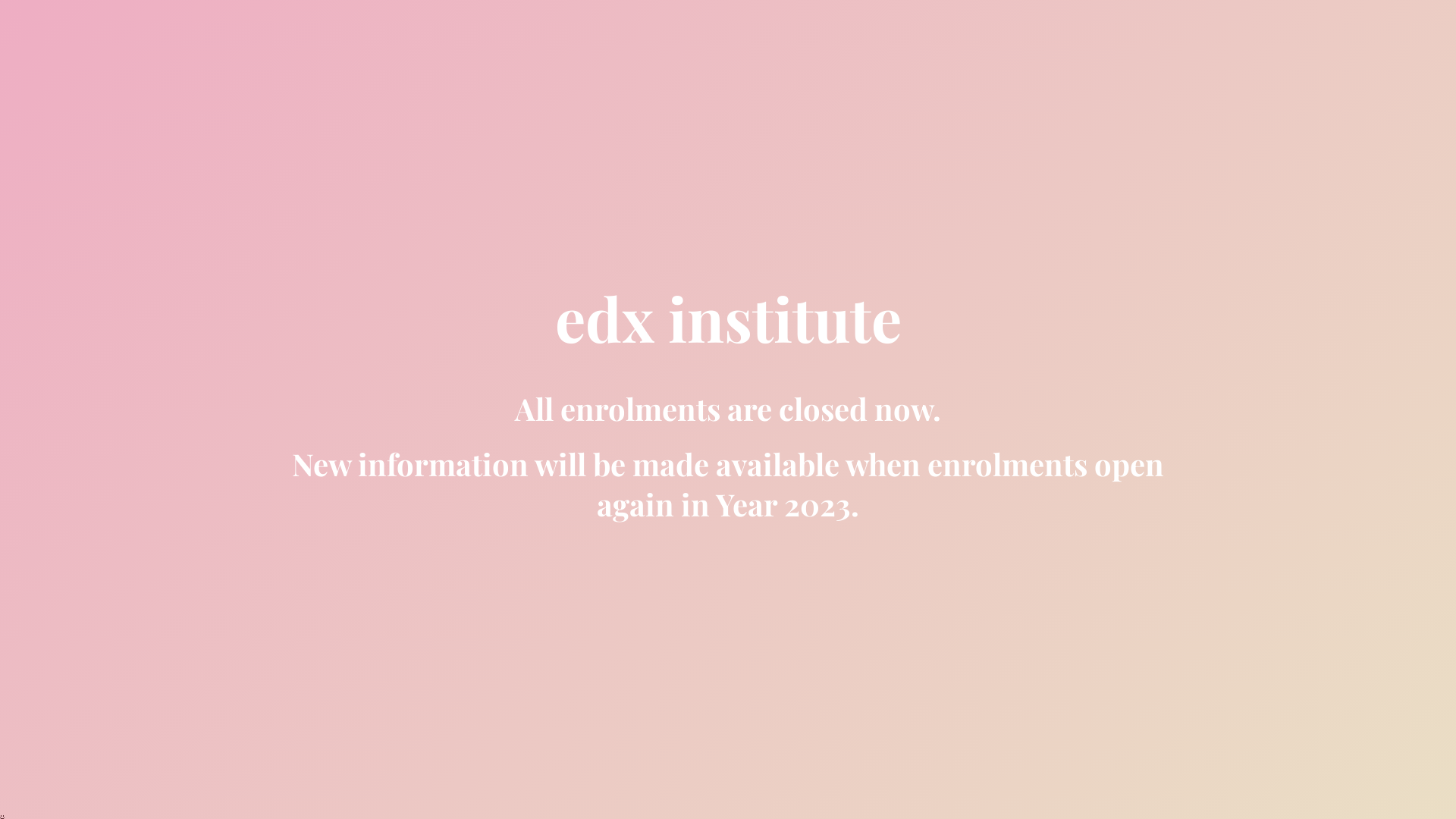 The width and height of the screenshot is (1456, 819). Describe the element at coordinates (728, 330) in the screenshot. I see `'edx institute'` at that location.